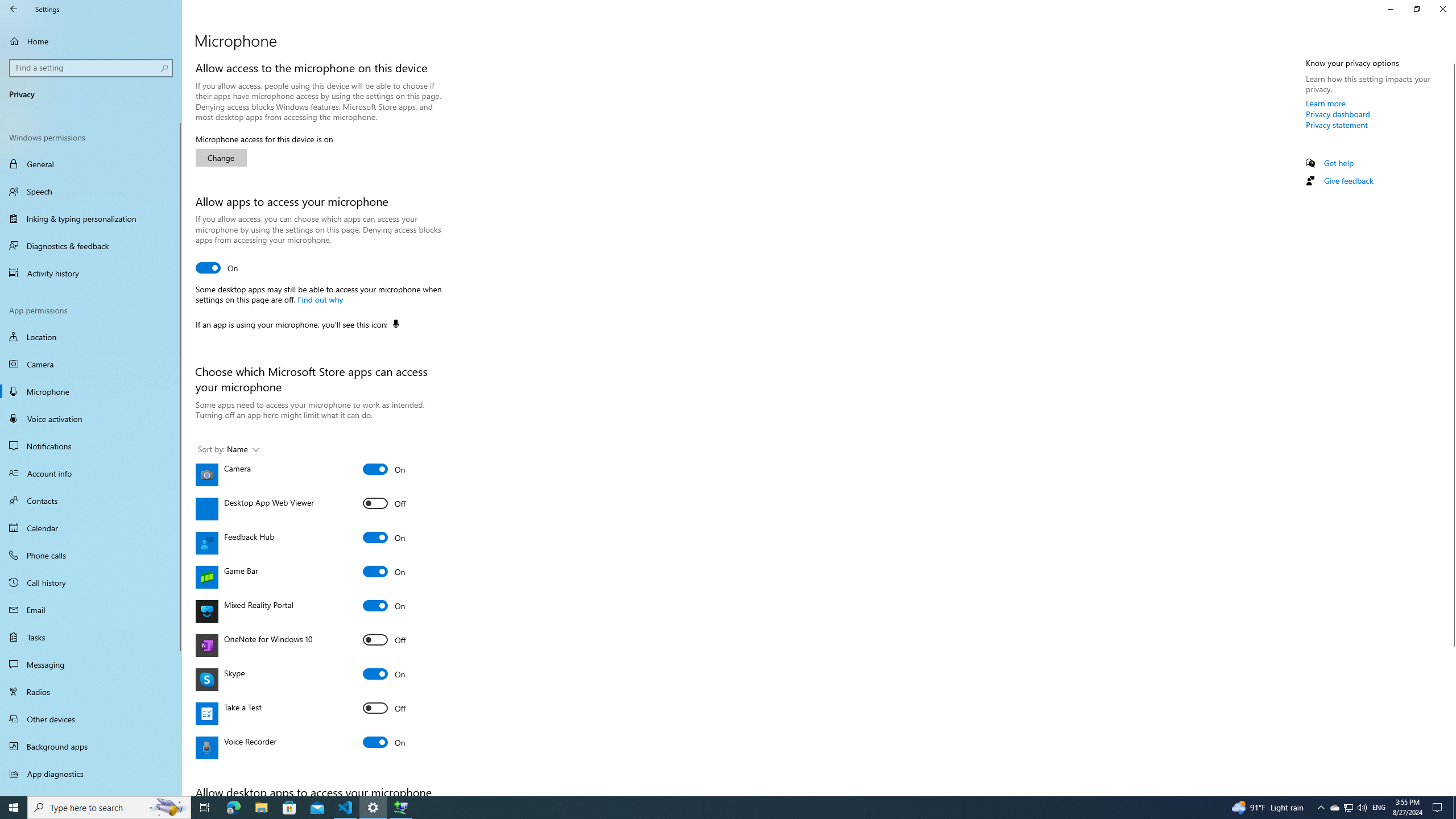 The image size is (1456, 819). What do you see at coordinates (90, 446) in the screenshot?
I see `'Notifications'` at bounding box center [90, 446].